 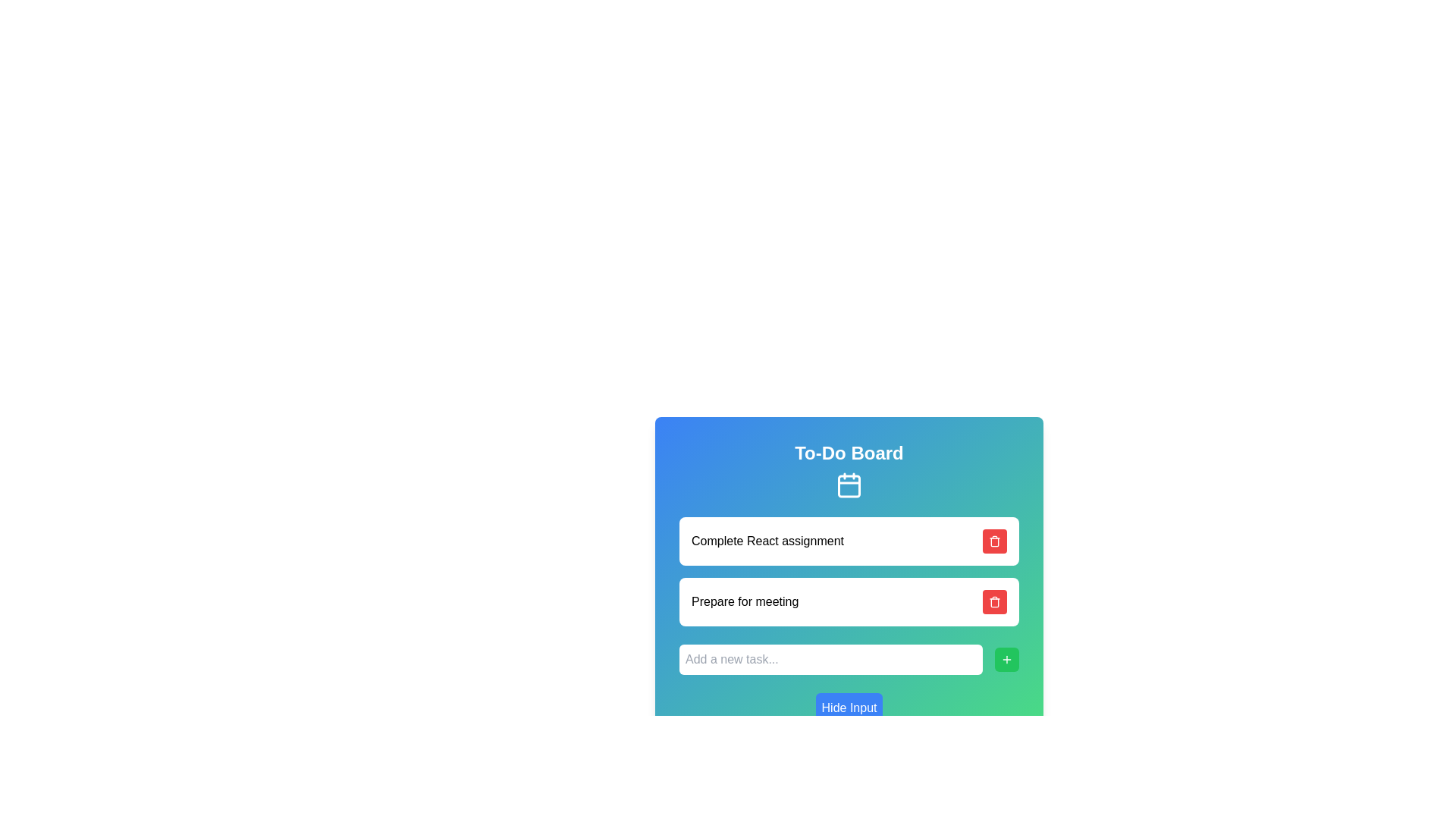 I want to click on the header section containing the text 'To-Do Board' and a calendar icon, located at the top center of the application interface, so click(x=848, y=469).